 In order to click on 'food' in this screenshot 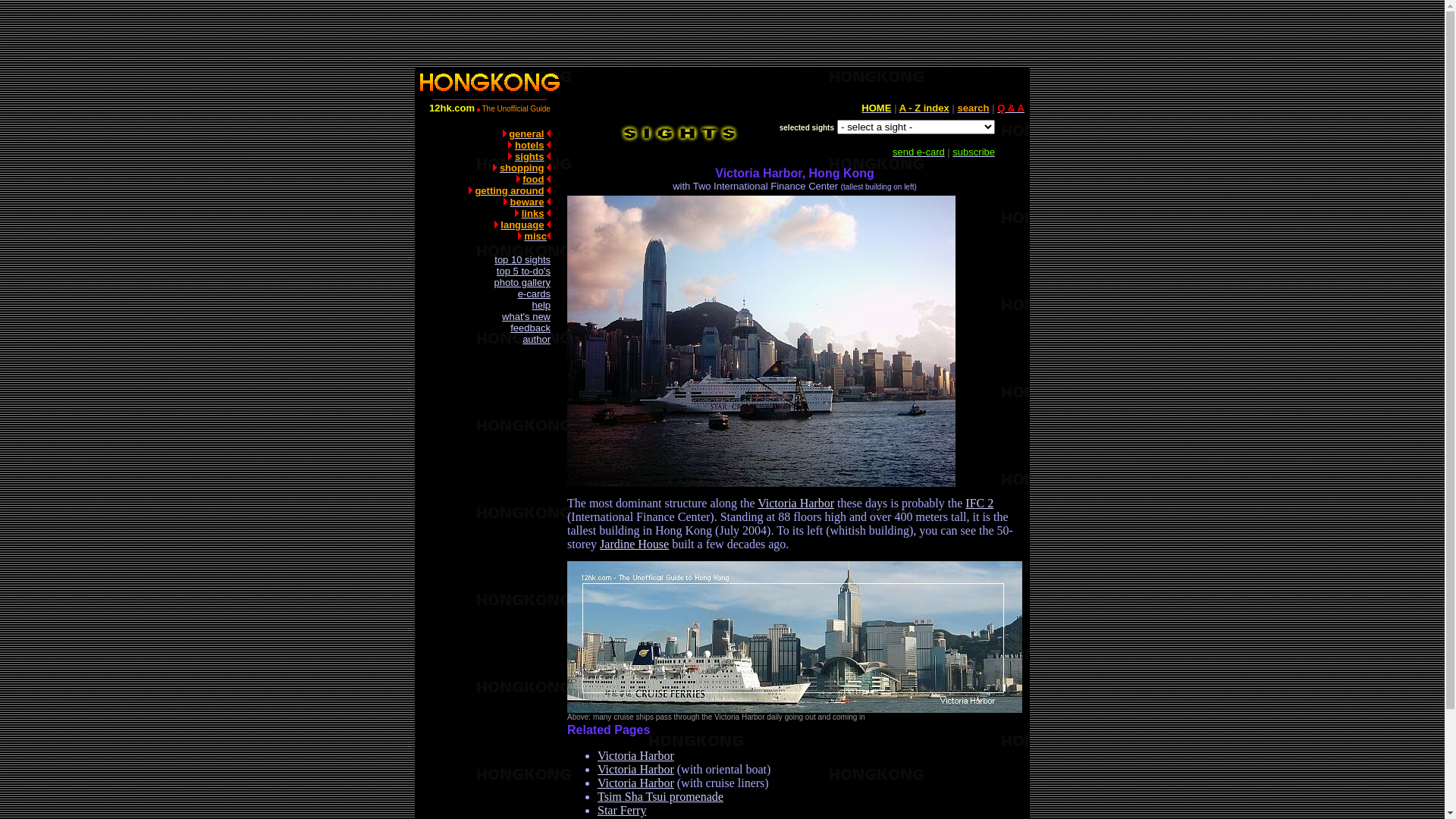, I will do `click(522, 178)`.